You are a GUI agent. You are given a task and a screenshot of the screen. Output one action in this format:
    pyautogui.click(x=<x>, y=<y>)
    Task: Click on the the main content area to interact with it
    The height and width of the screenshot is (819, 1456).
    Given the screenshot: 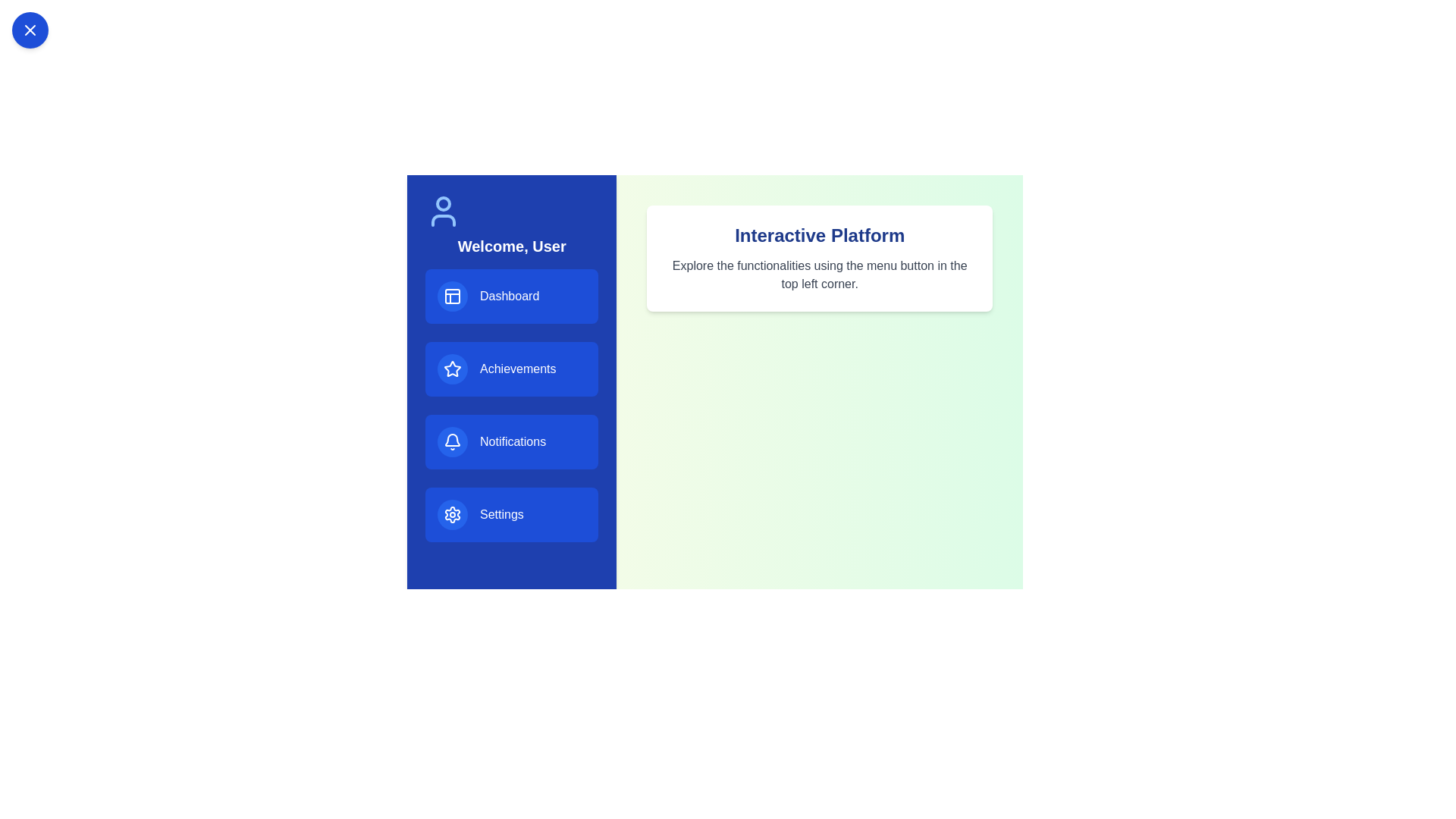 What is the action you would take?
    pyautogui.click(x=818, y=257)
    